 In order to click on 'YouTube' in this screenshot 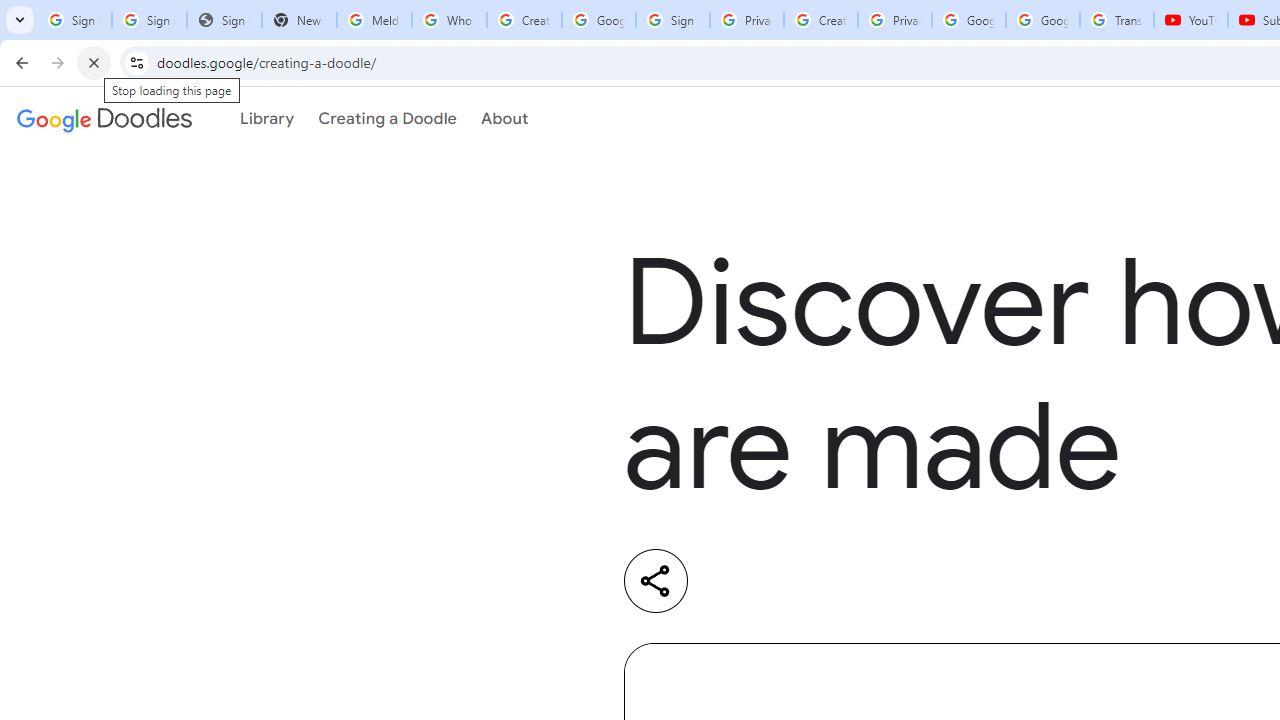, I will do `click(1191, 20)`.